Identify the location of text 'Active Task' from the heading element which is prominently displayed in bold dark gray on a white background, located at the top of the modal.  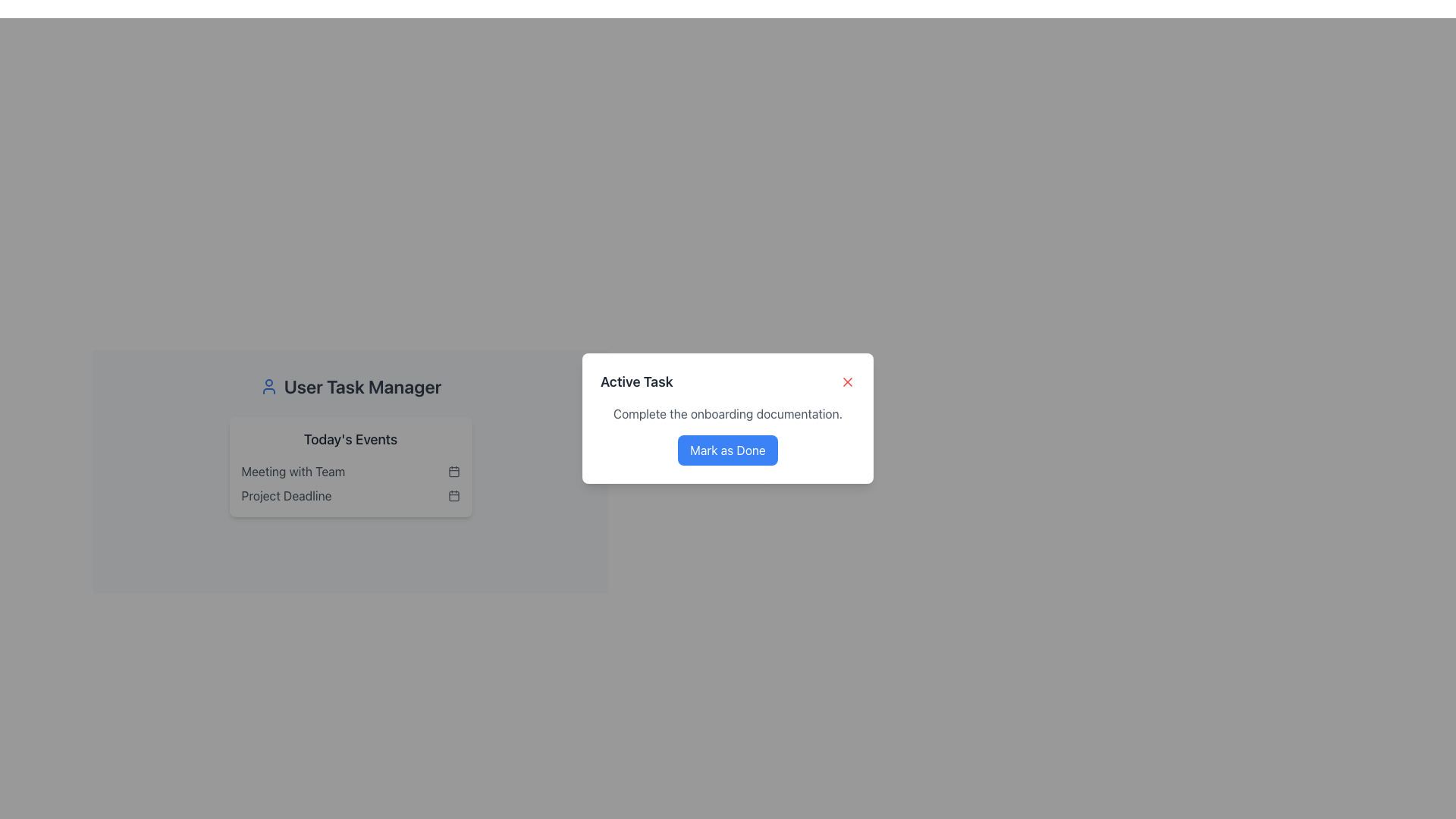
(636, 381).